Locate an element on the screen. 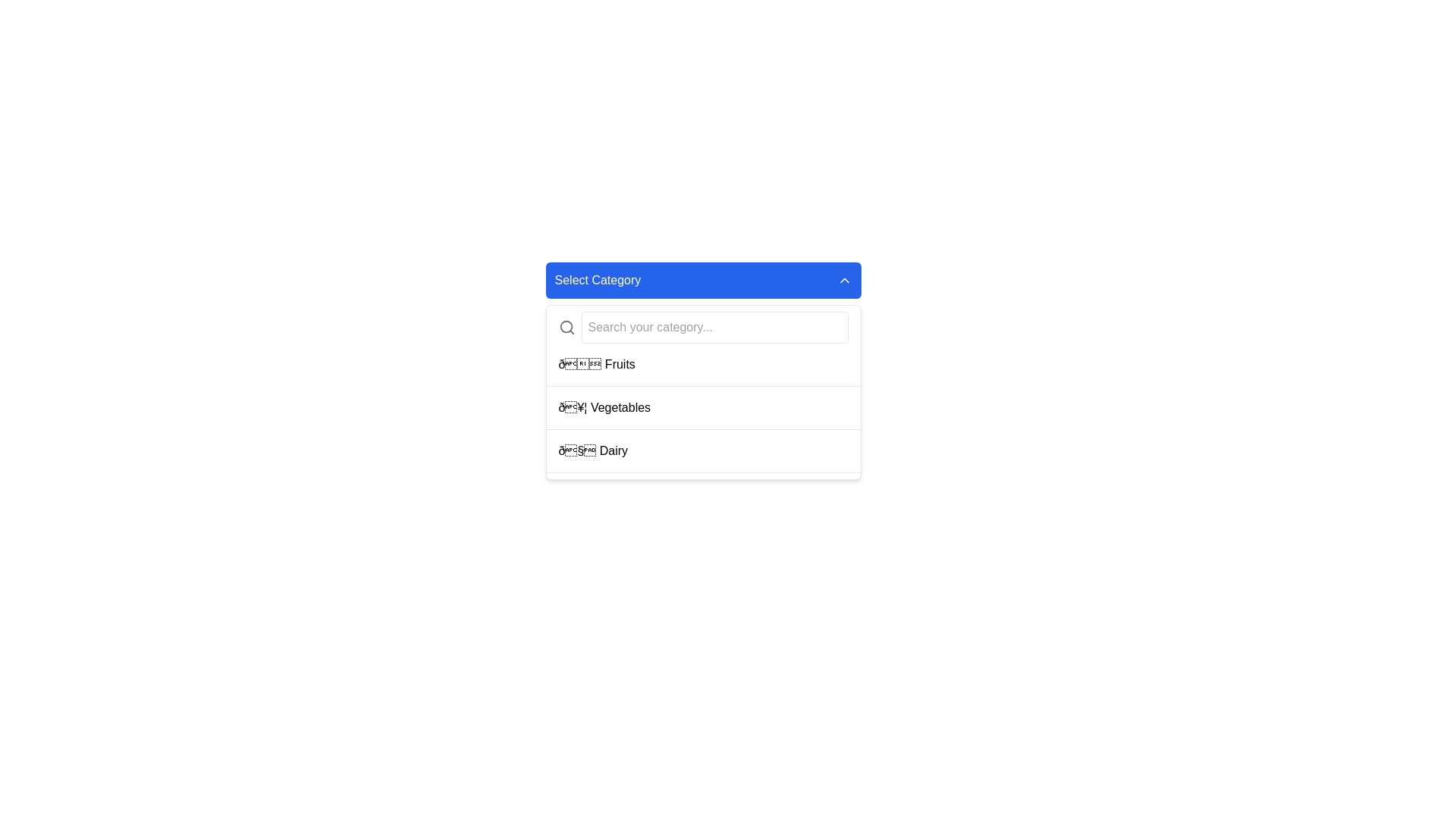 Image resolution: width=1456 pixels, height=819 pixels. the 'Dairy' category option, which is a horizontal layout containing a carton icon and the label 'Dairy' in bold text, located as the third item in the vertical list beneath the 'Select Category' section is located at coordinates (592, 450).